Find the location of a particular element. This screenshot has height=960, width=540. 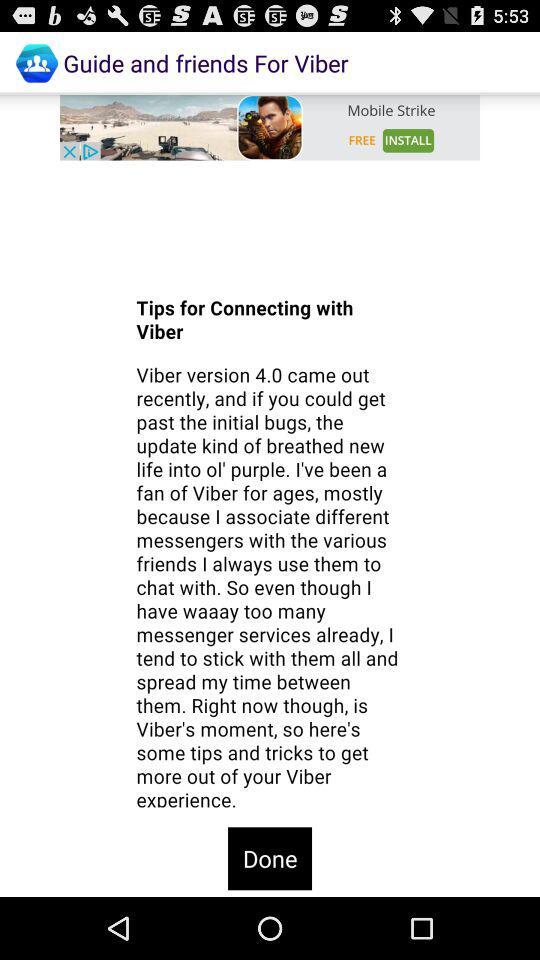

advertisement is located at coordinates (270, 126).